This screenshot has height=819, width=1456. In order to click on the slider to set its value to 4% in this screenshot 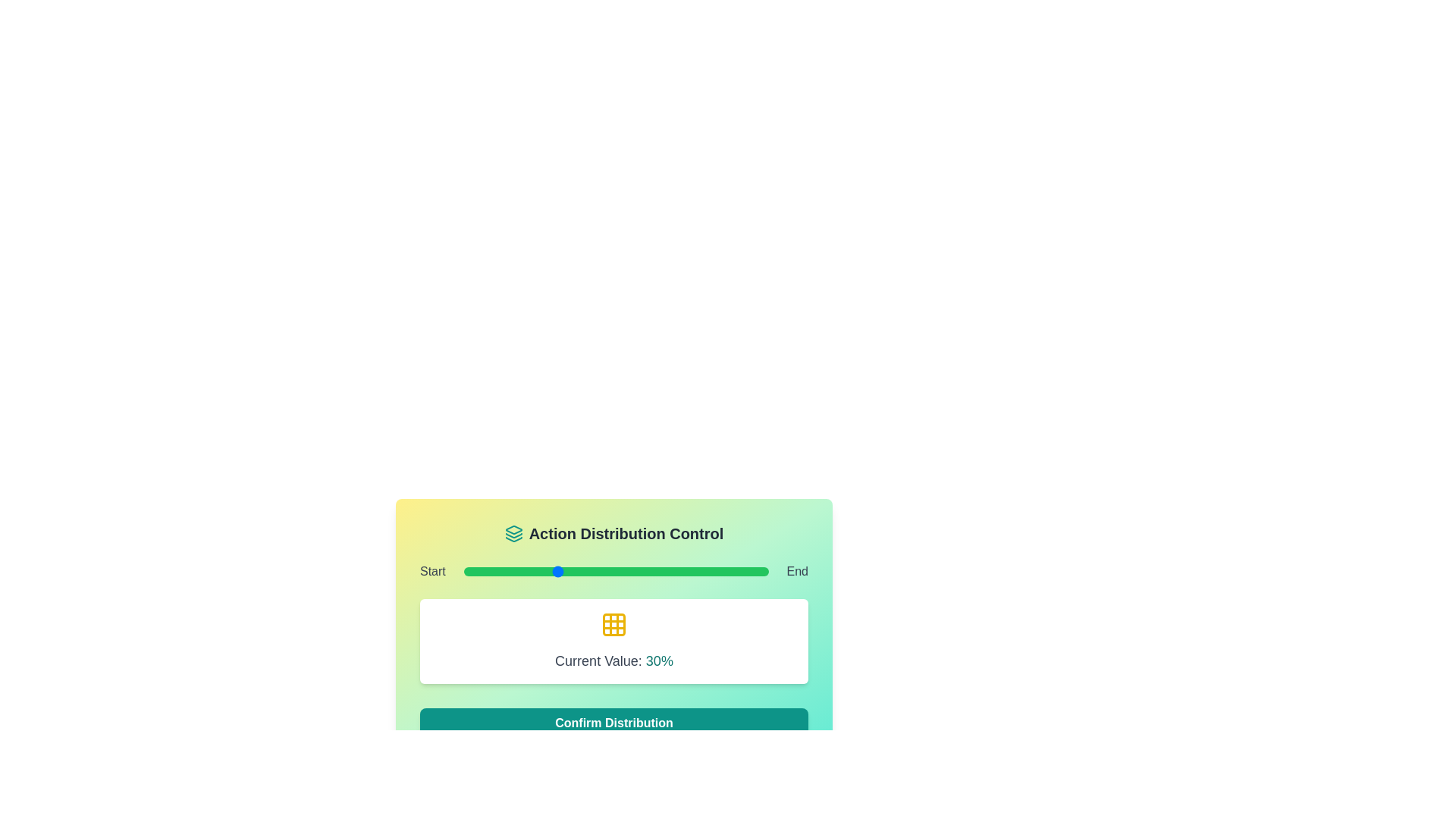, I will do `click(475, 571)`.